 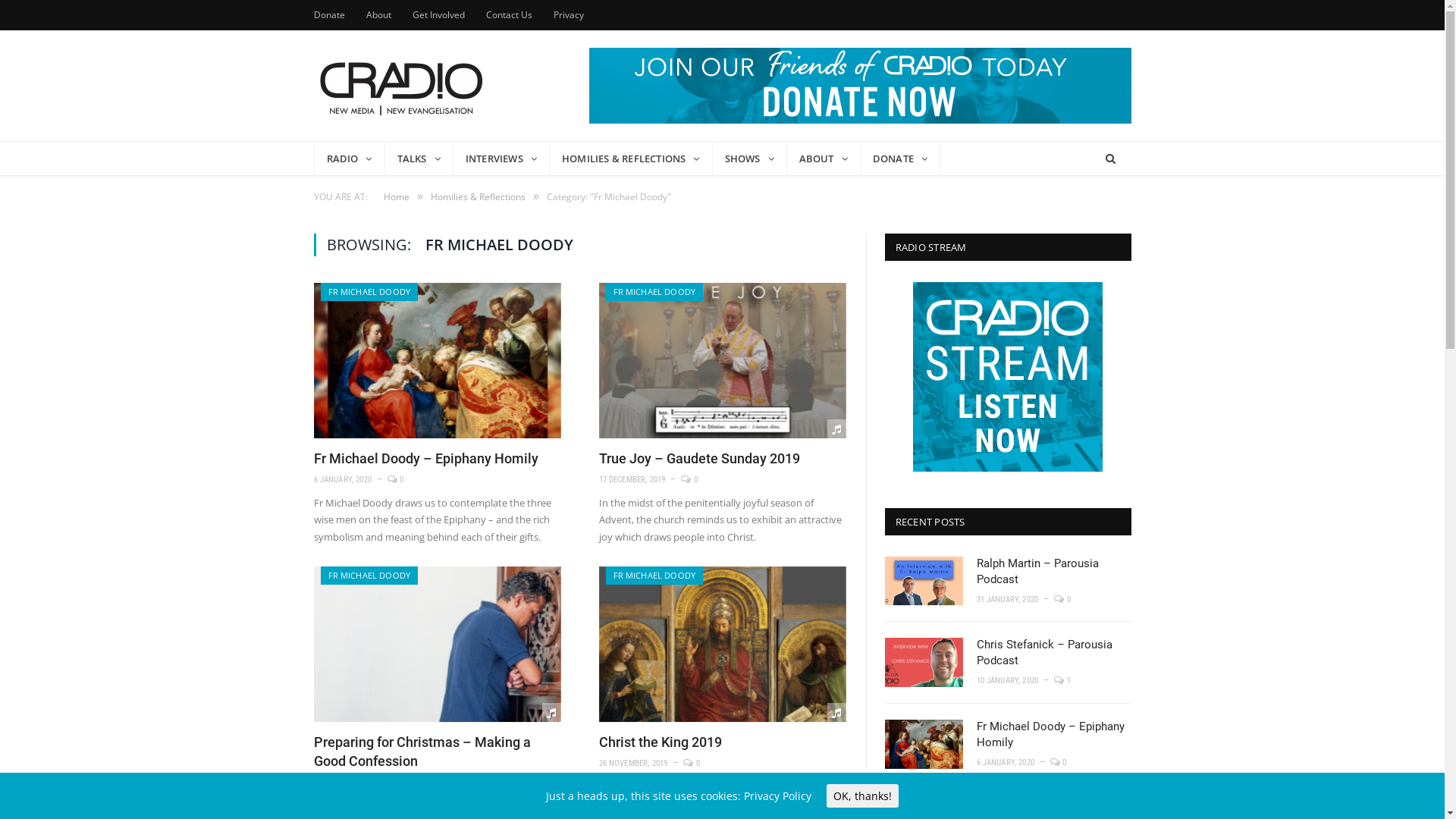 What do you see at coordinates (378, 14) in the screenshot?
I see `'About'` at bounding box center [378, 14].